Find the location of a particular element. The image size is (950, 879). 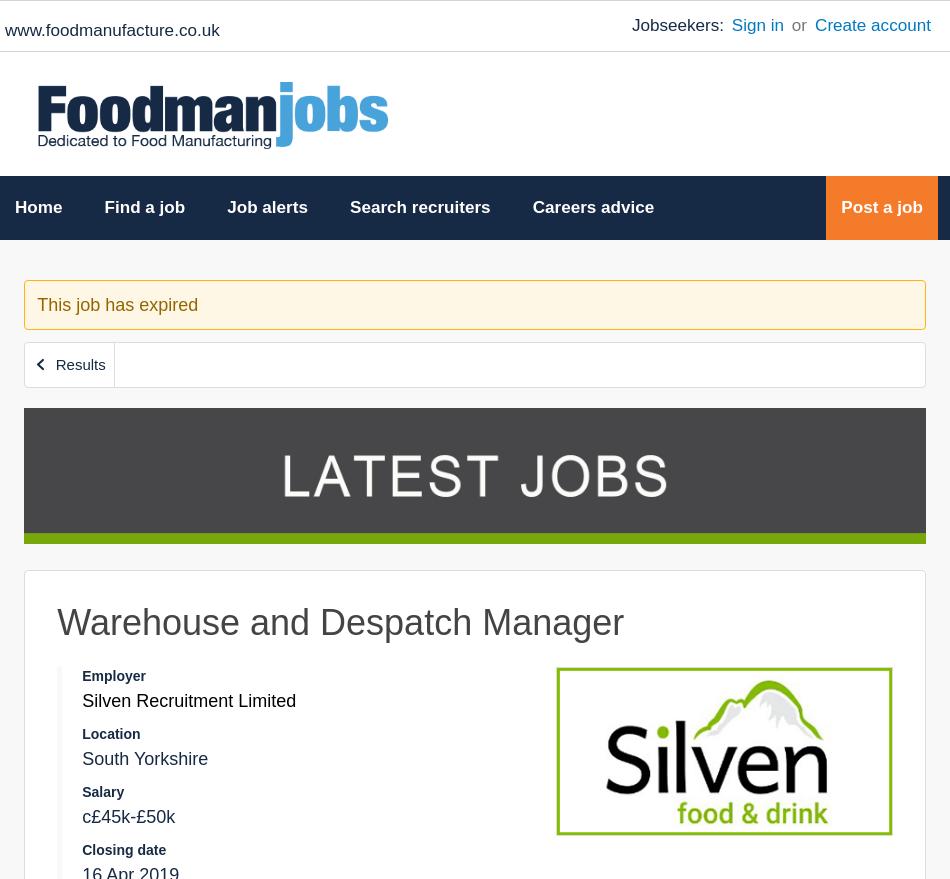

'Location' is located at coordinates (110, 732).